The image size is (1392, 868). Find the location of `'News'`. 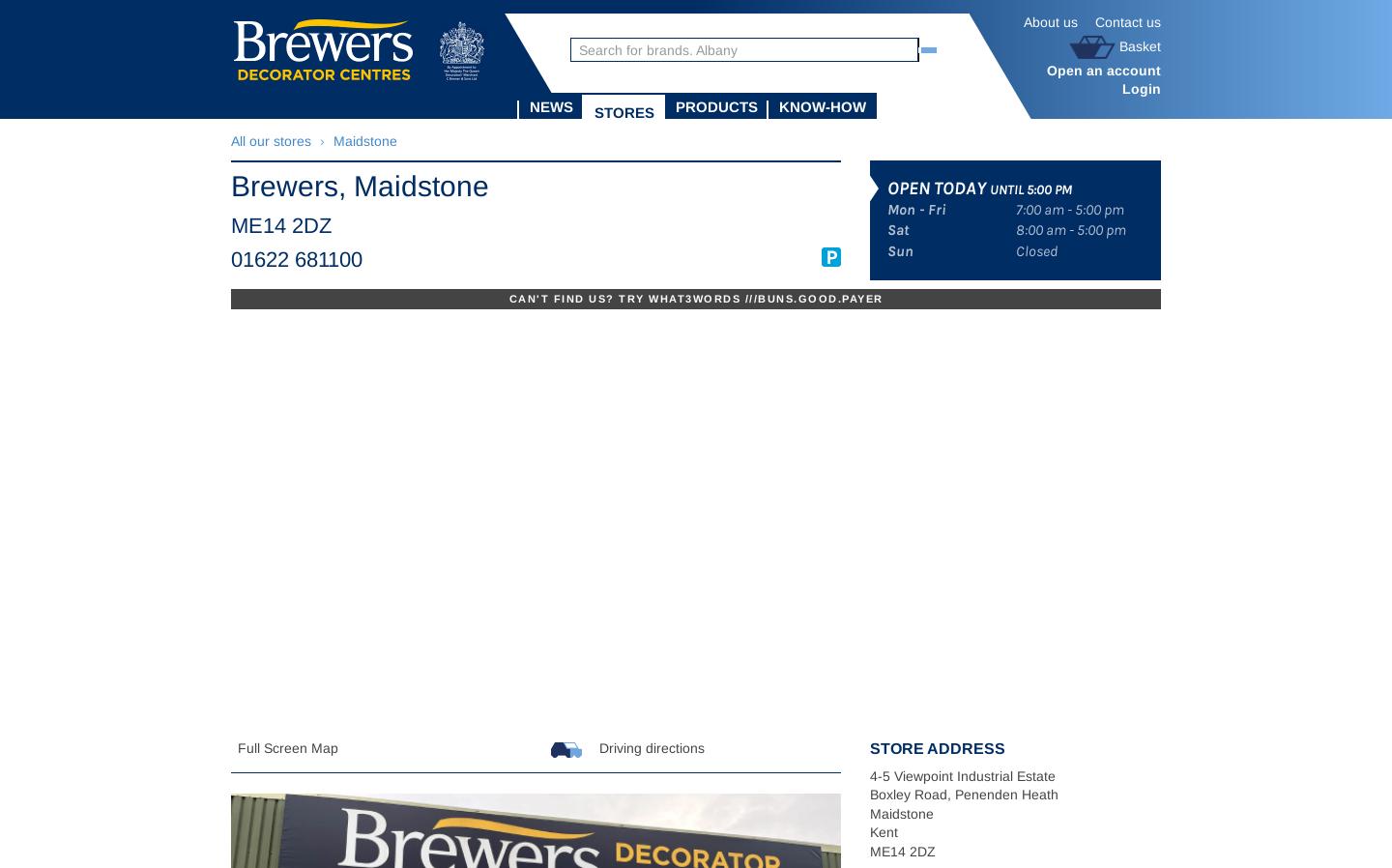

'News' is located at coordinates (551, 105).